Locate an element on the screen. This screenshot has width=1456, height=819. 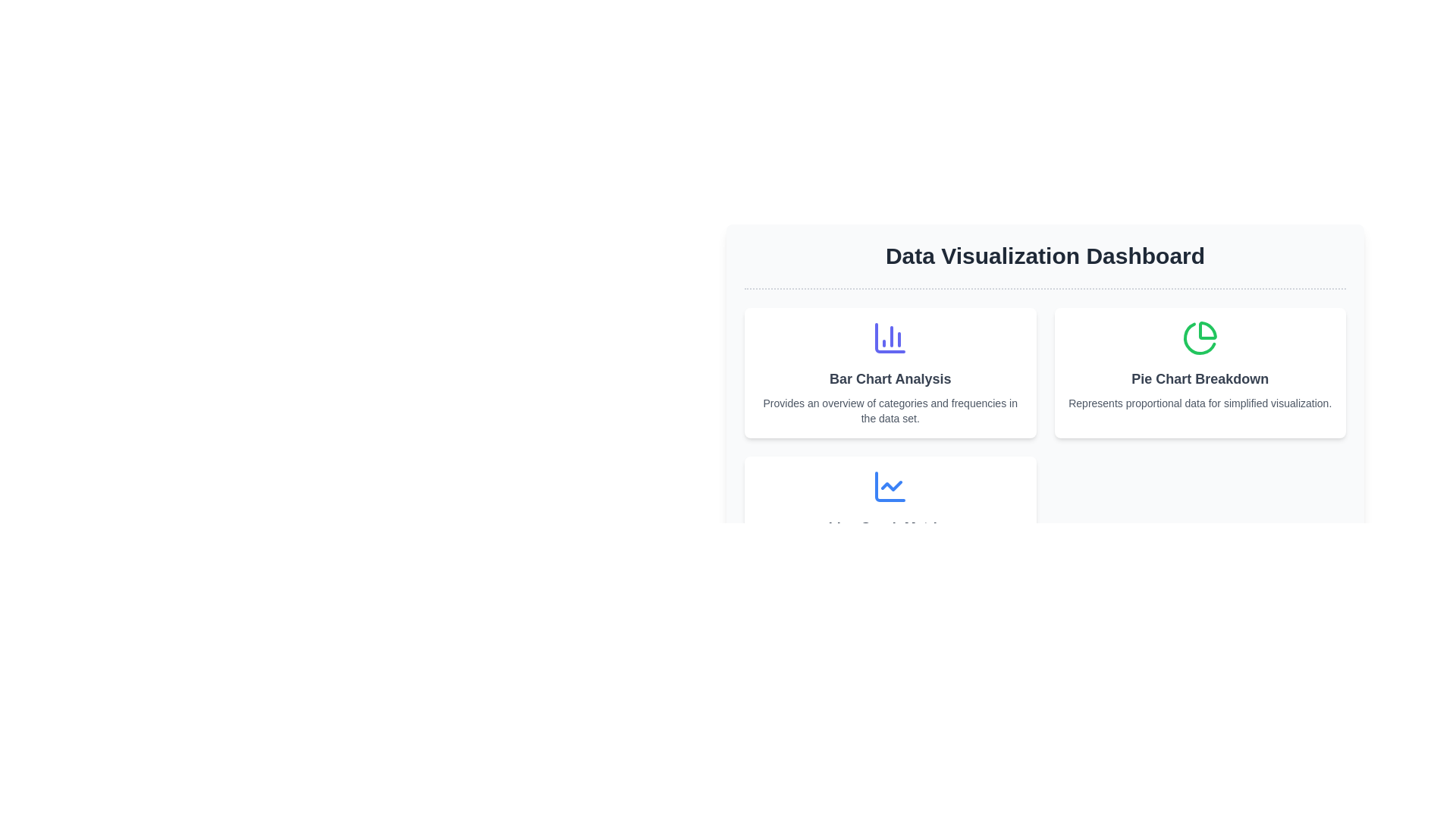
the thin horizontal dotted gray Separator Line located beneath the title 'Data Visualization Dashboard' in the dashboard is located at coordinates (1044, 289).